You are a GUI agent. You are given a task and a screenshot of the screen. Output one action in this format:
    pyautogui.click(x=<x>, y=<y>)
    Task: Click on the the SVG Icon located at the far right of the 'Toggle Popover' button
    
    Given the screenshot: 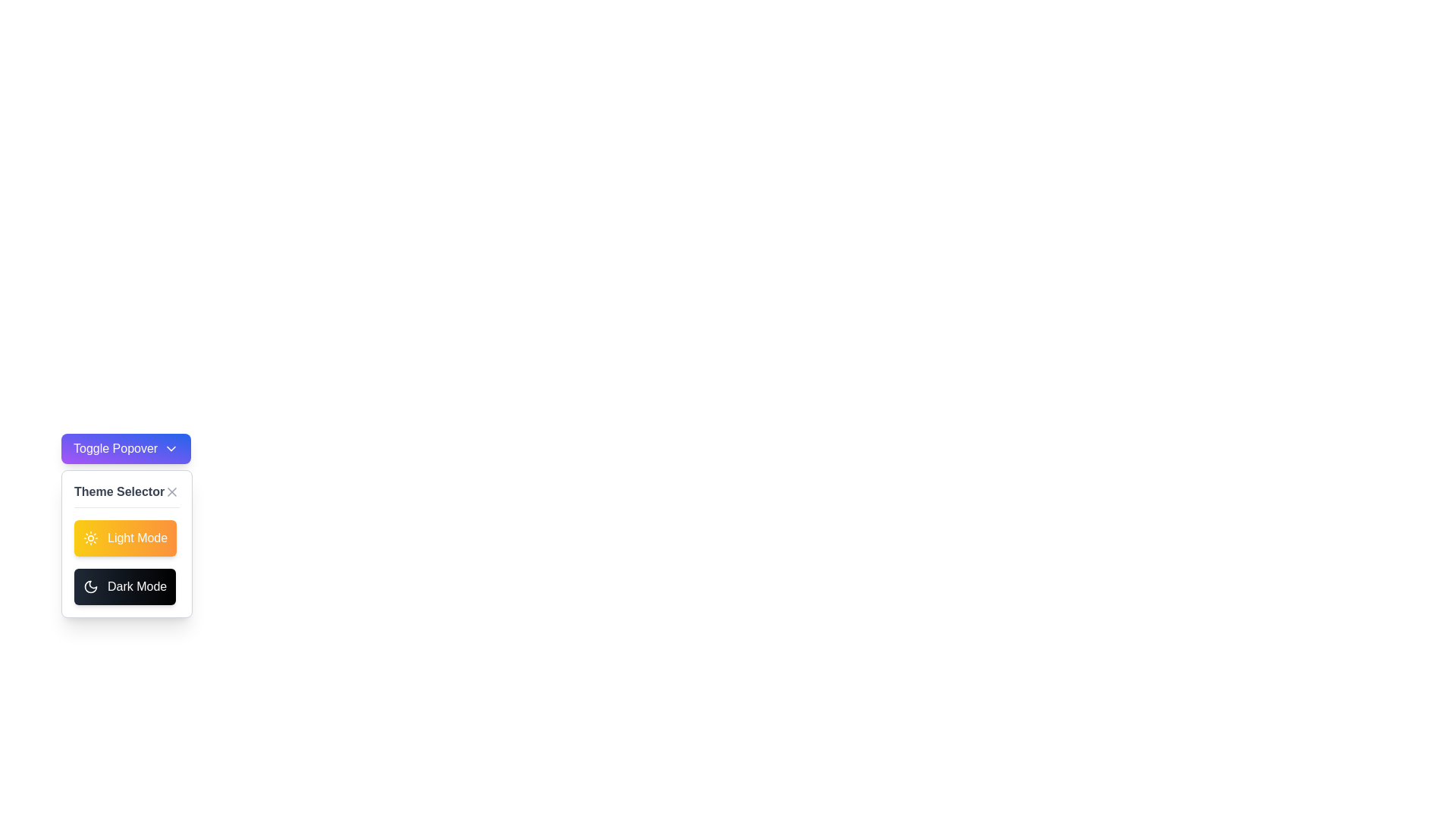 What is the action you would take?
    pyautogui.click(x=171, y=447)
    